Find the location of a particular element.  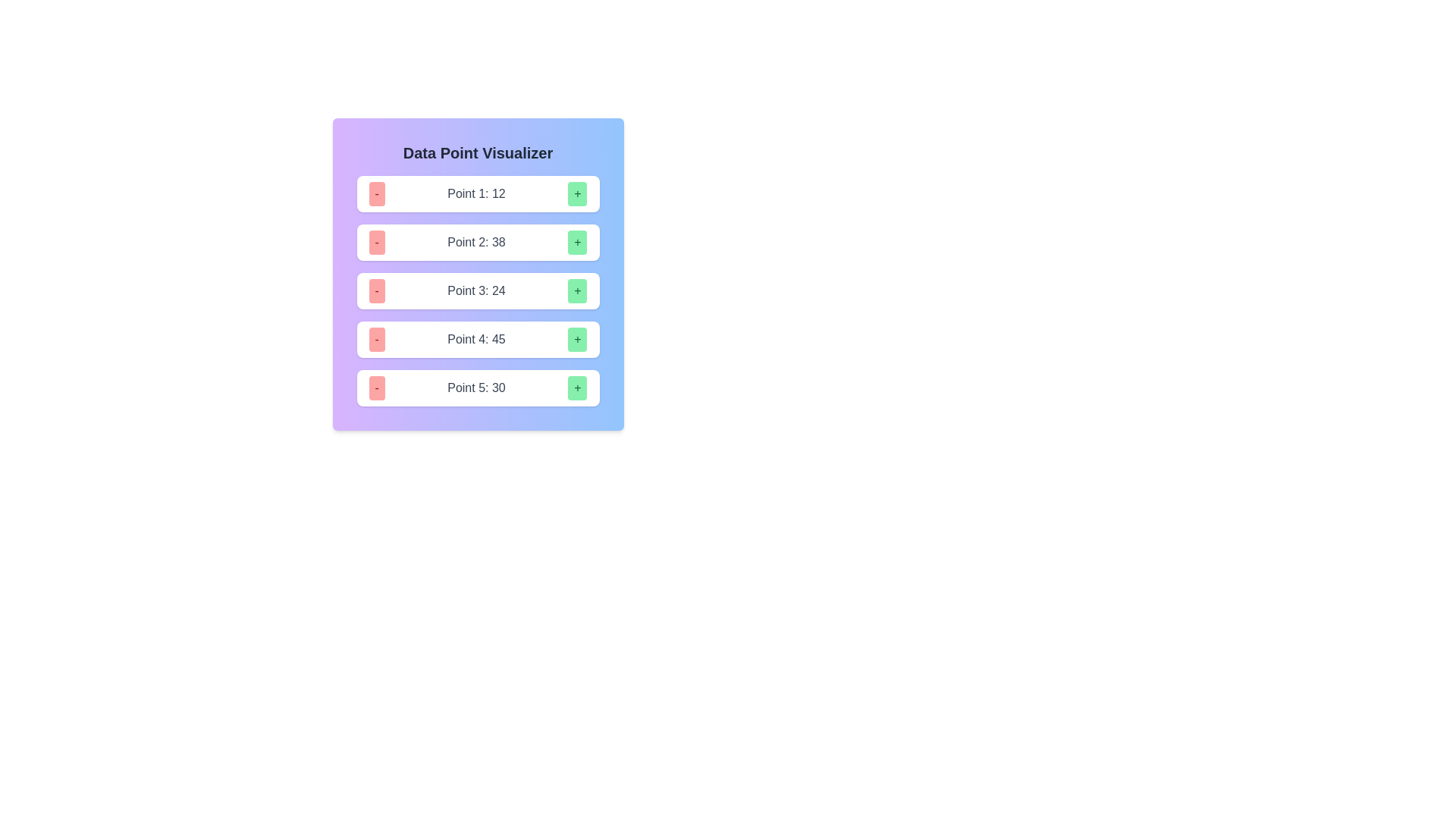

the Text label that displays the value for Point 5, which is 30, positioned between a red button (-) on the left and a green button (+) on the right is located at coordinates (475, 388).